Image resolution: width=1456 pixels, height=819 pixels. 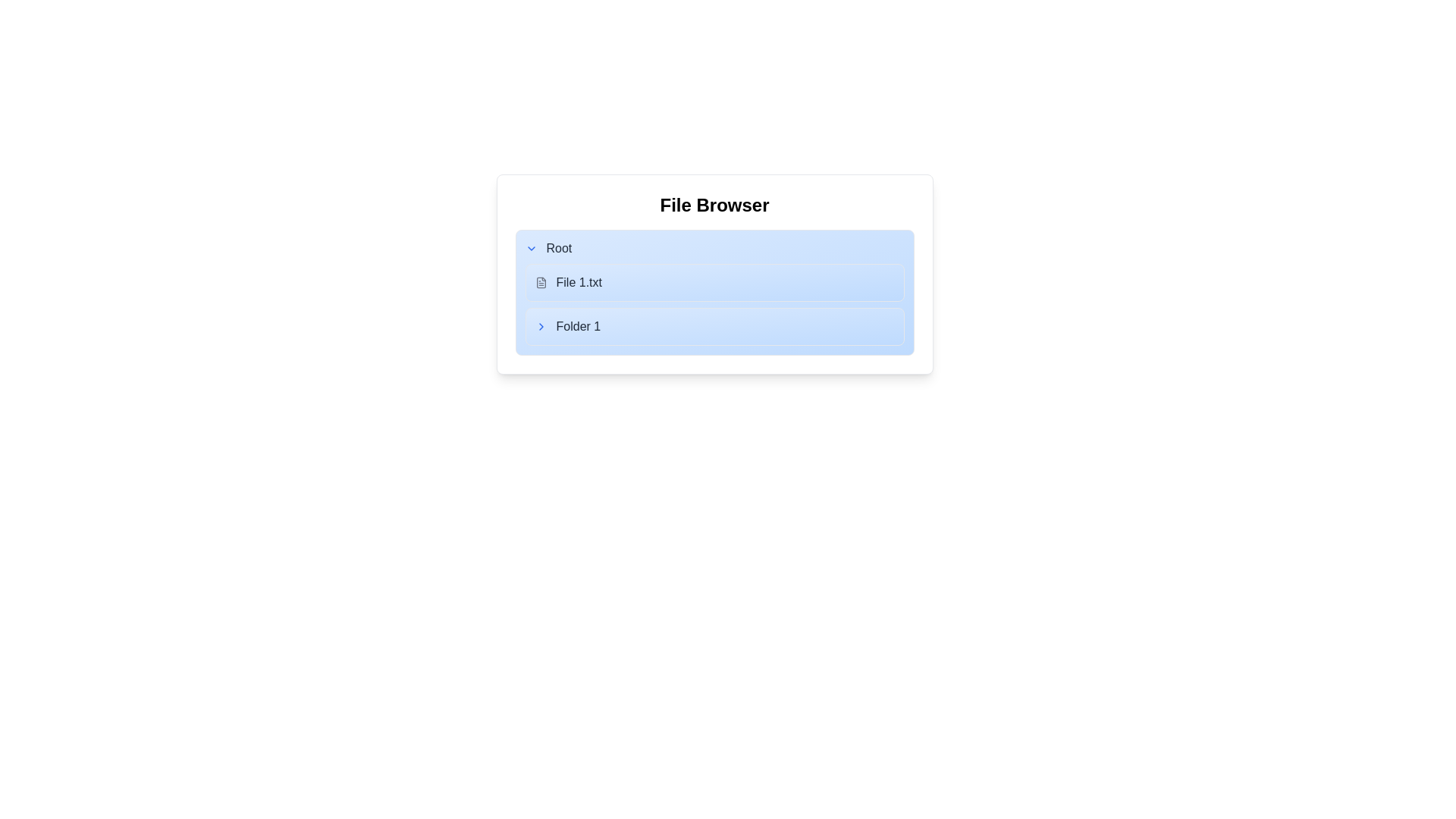 I want to click on the document icon that is styled in gray and positioned to the left of the text 'File 1.txt' in the list under 'Root', so click(x=541, y=283).